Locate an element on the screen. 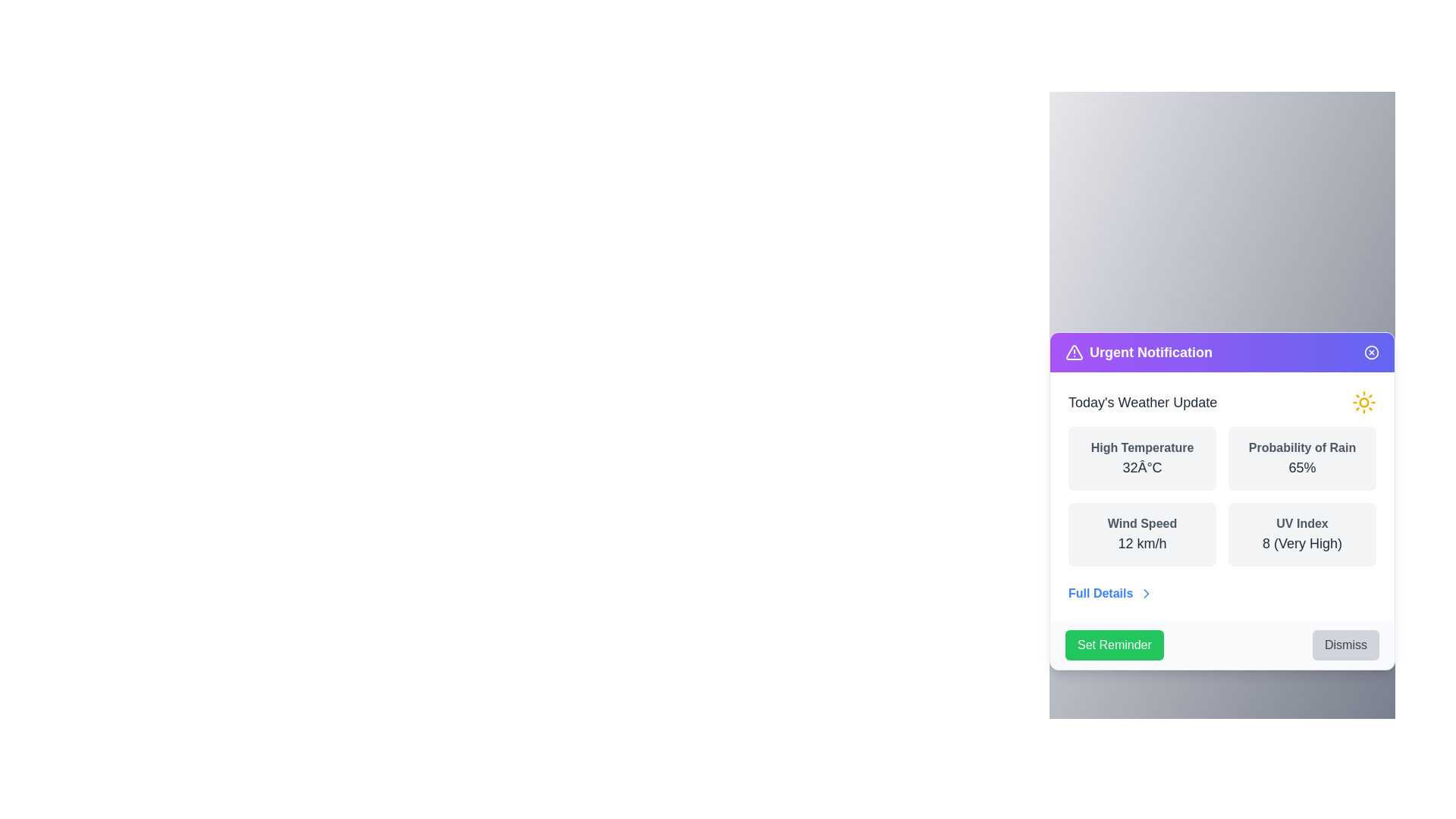 The width and height of the screenshot is (1456, 819). the Text Label that indicates the probability of rain, positioned at the top of the light gray rounded rectangle in the upper-right portion of the notification card is located at coordinates (1301, 447).